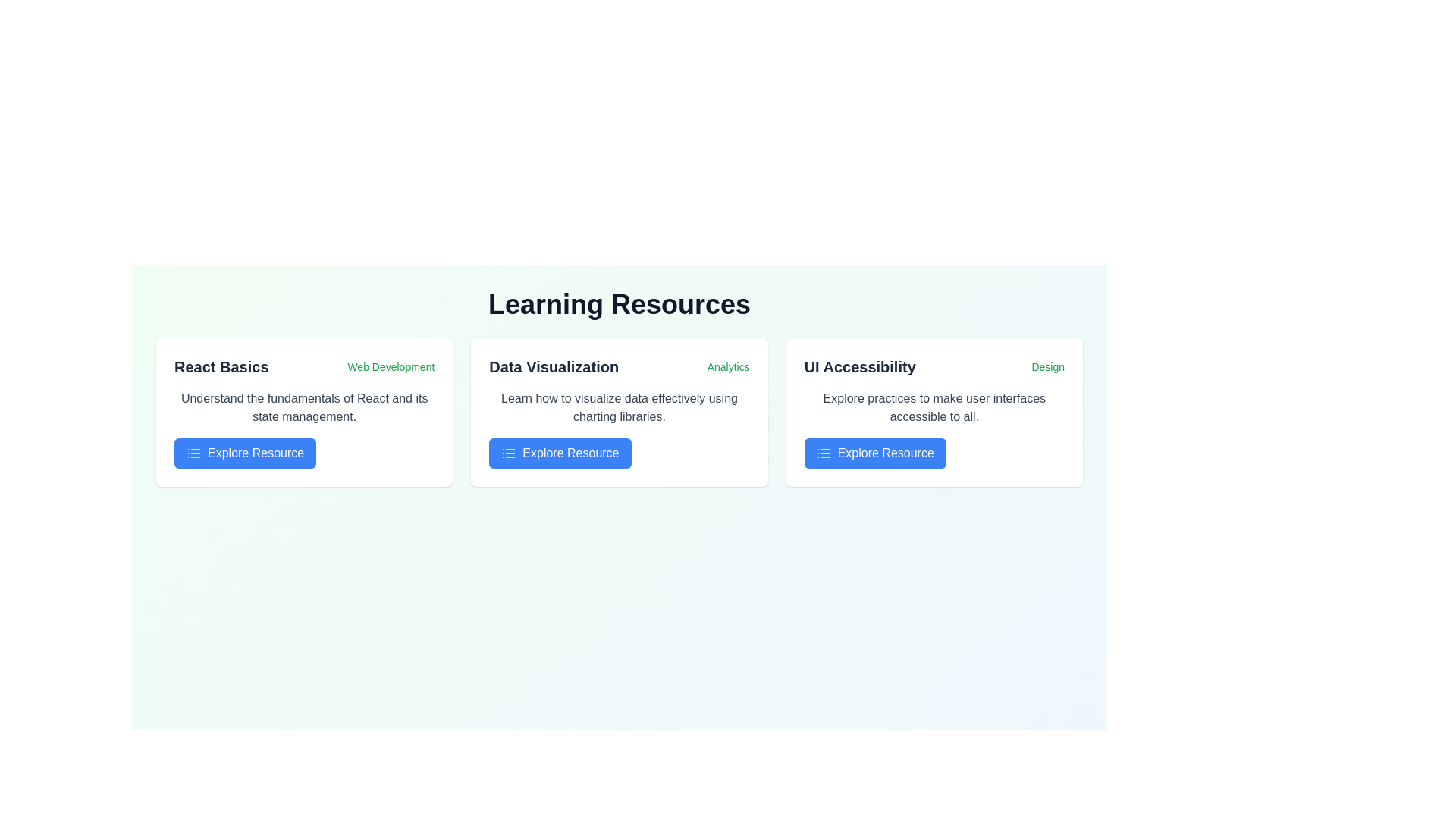  I want to click on the header text 'UI Accessibility', which is prominently styled in bold and large font, located in the top-right area of the 'Learning Resources' section, so click(860, 366).